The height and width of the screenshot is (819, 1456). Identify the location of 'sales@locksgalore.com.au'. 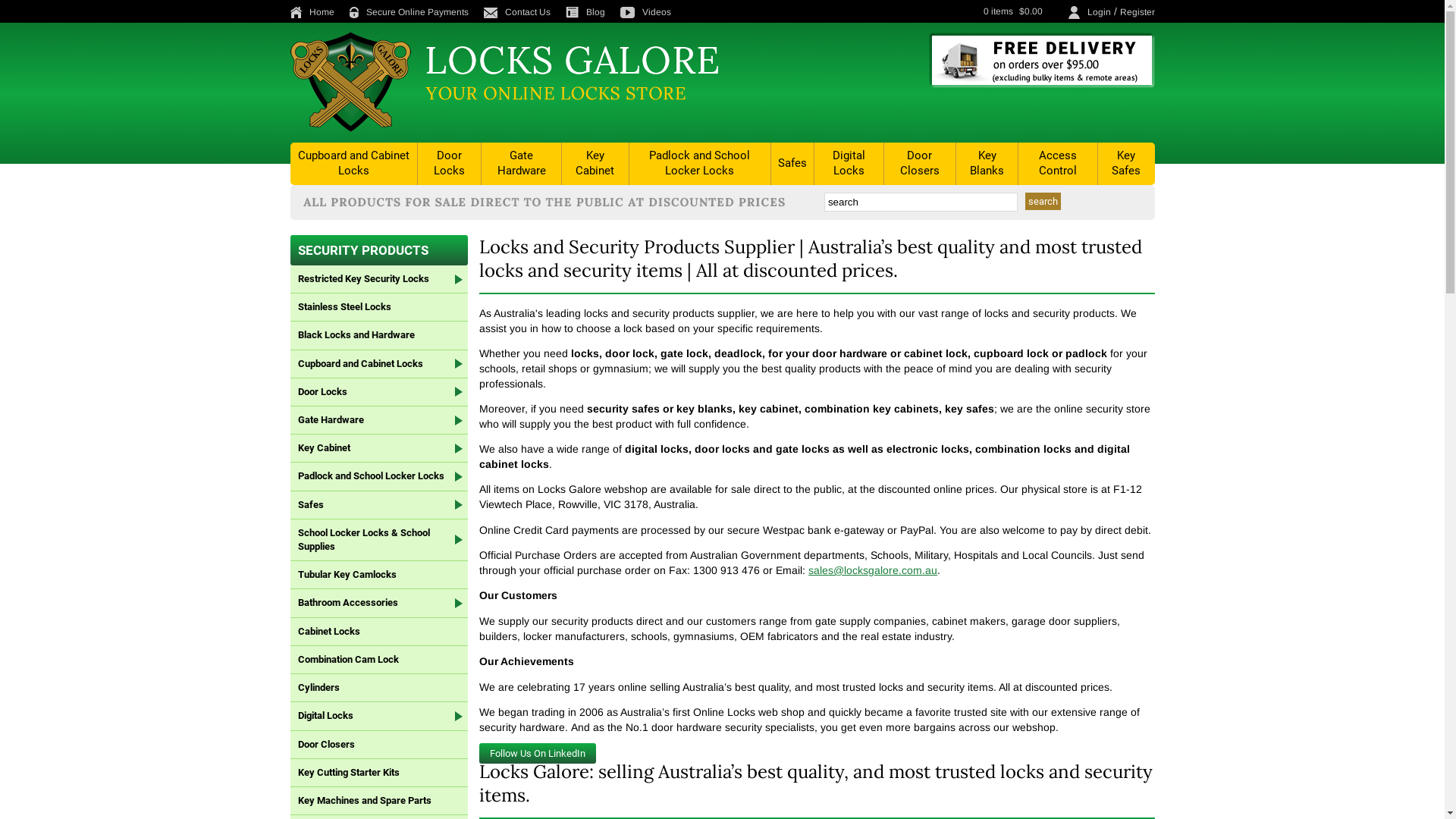
(873, 570).